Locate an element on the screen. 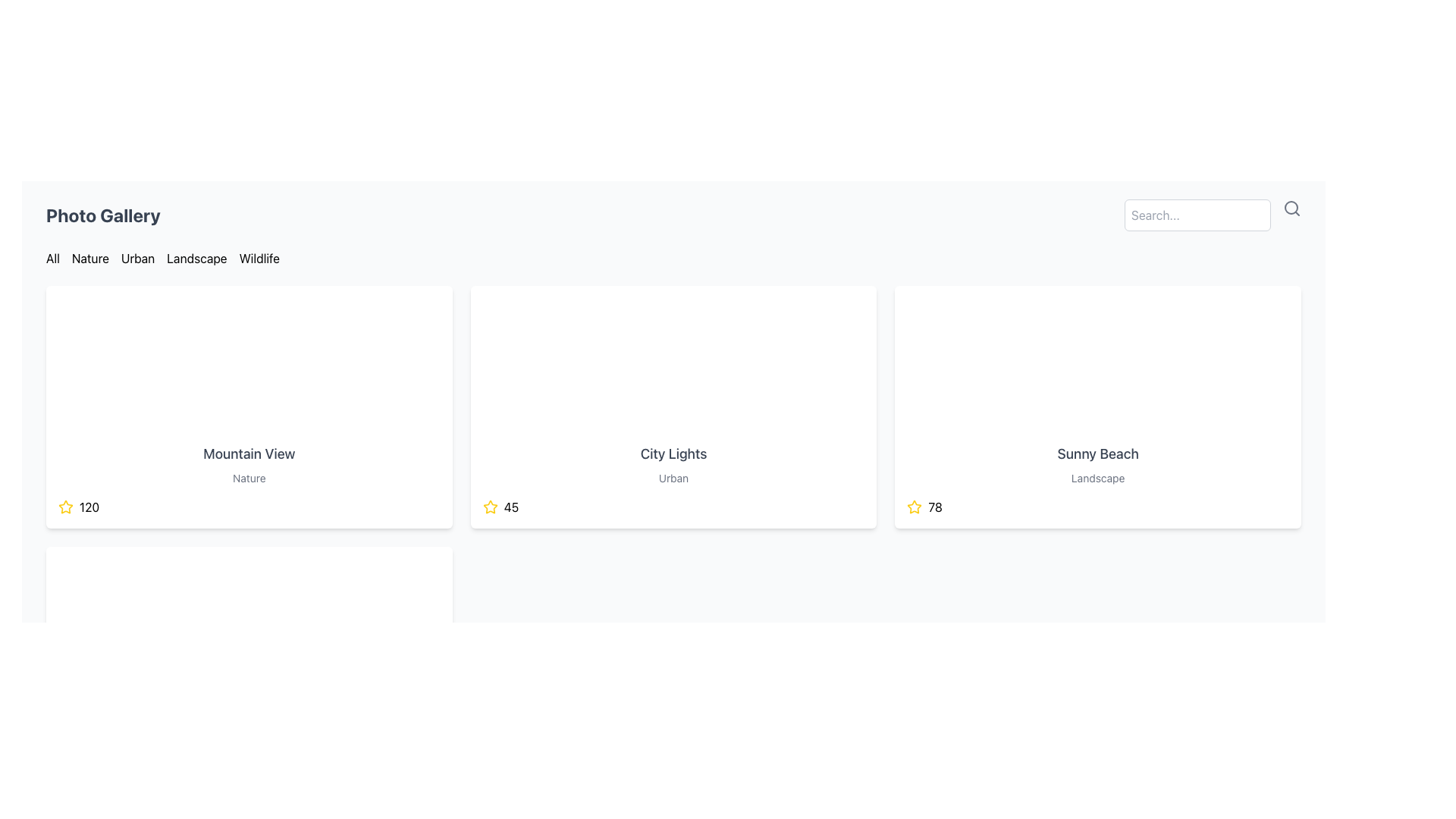  the text label displaying 'Urban' located in the navigation bar, which is the third item from the left among category options is located at coordinates (138, 257).